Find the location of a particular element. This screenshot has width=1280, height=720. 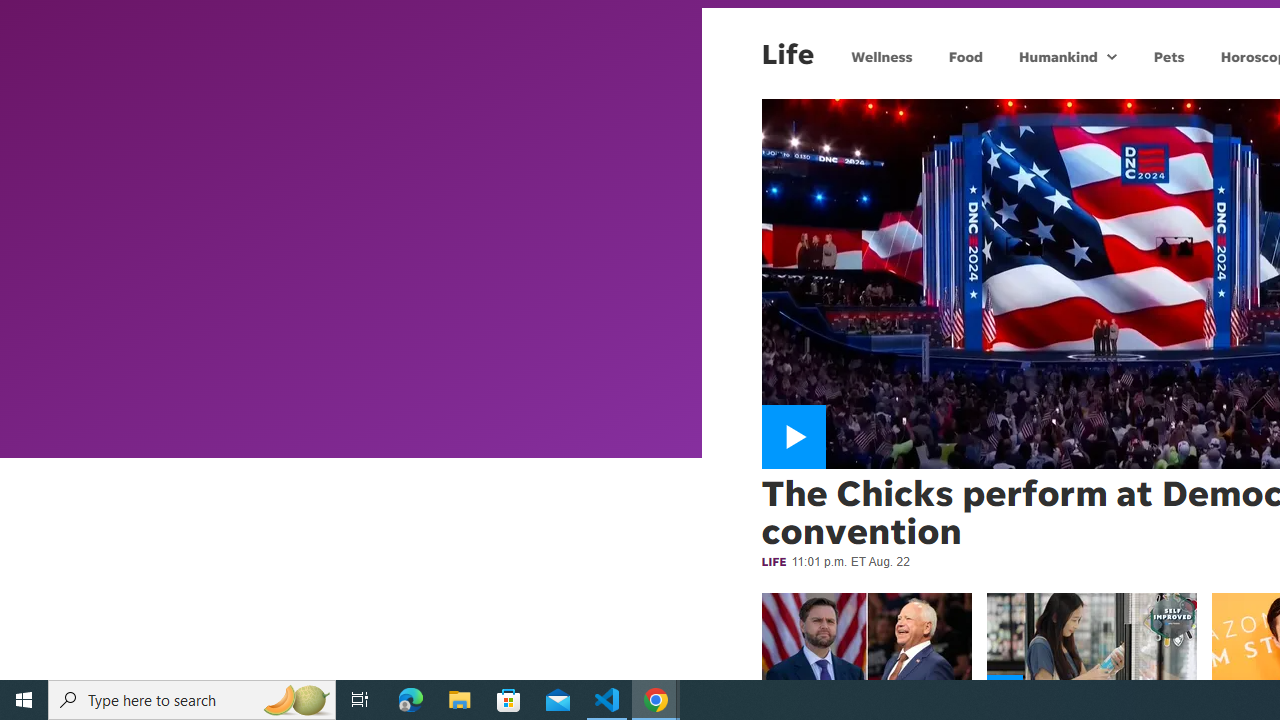

'Task View' is located at coordinates (359, 698).